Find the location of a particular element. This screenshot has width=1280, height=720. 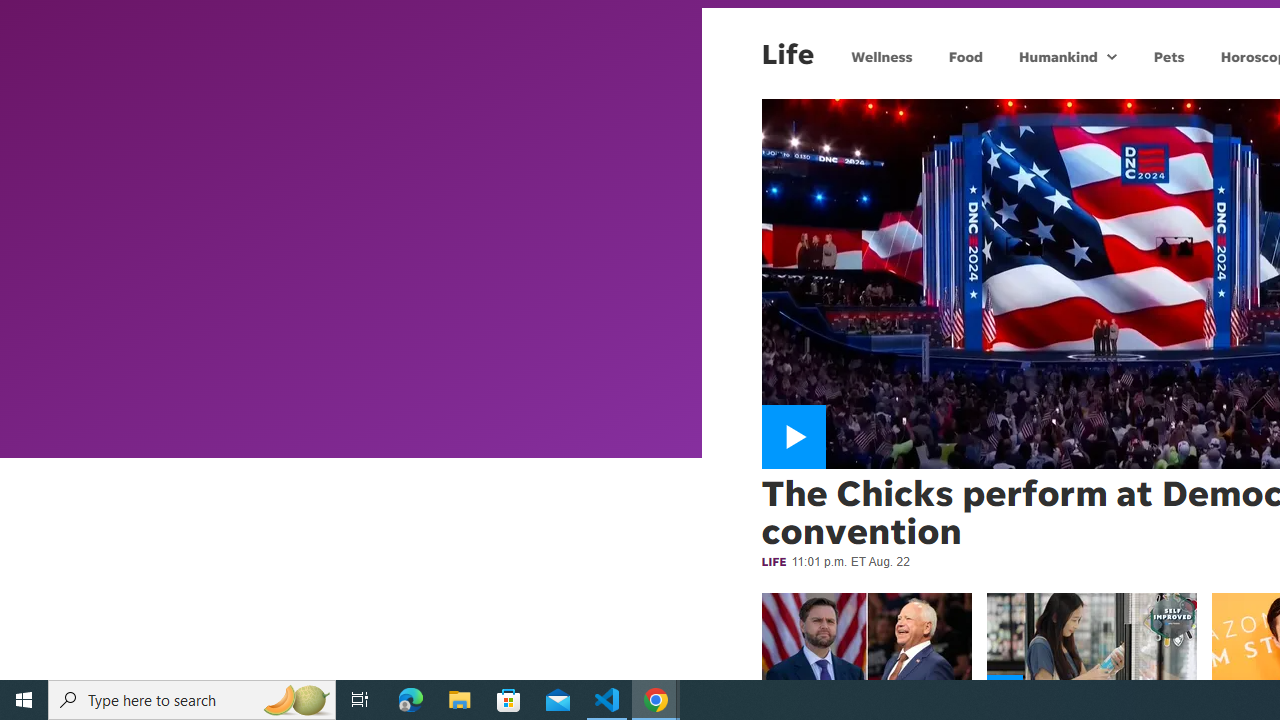

'Task View' is located at coordinates (359, 698).